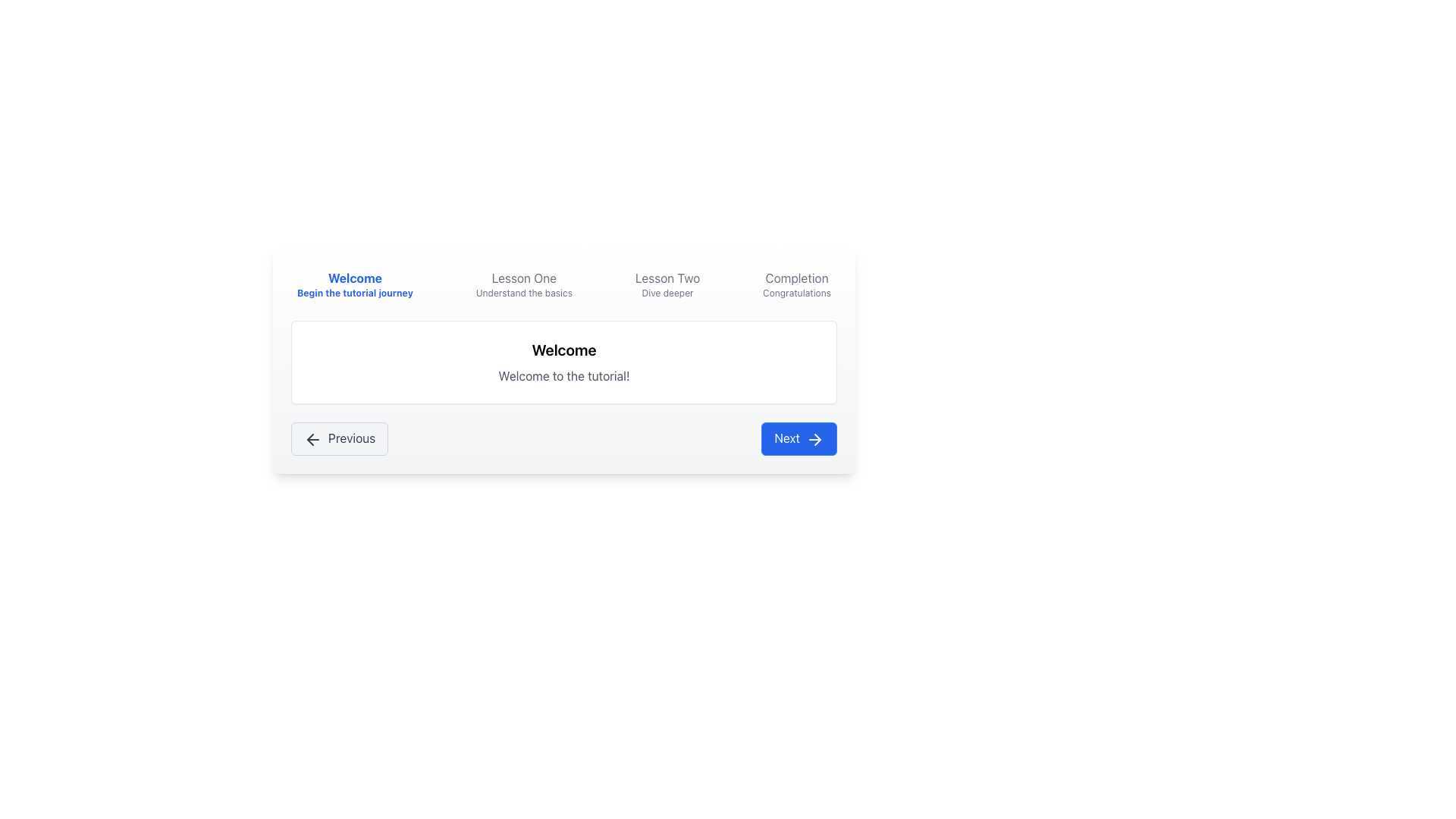 This screenshot has height=819, width=1456. Describe the element at coordinates (563, 284) in the screenshot. I see `the text label representing the first tutorial lesson, which is located between 'Welcome' and 'Lesson Two' in the horizontally aligned sequence of tutorial steps` at that location.